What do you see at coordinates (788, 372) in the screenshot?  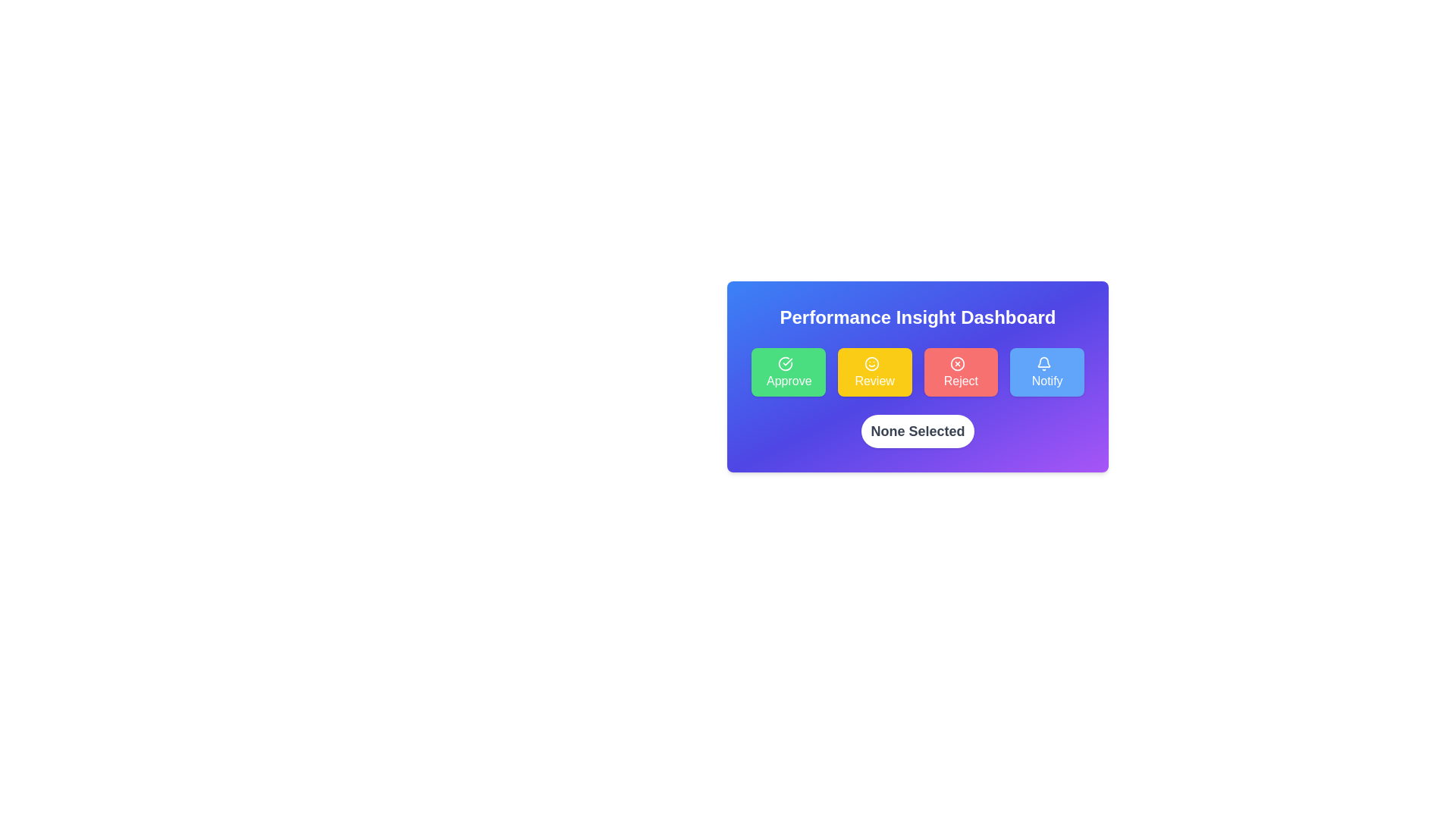 I see `the green 'Approve' button` at bounding box center [788, 372].